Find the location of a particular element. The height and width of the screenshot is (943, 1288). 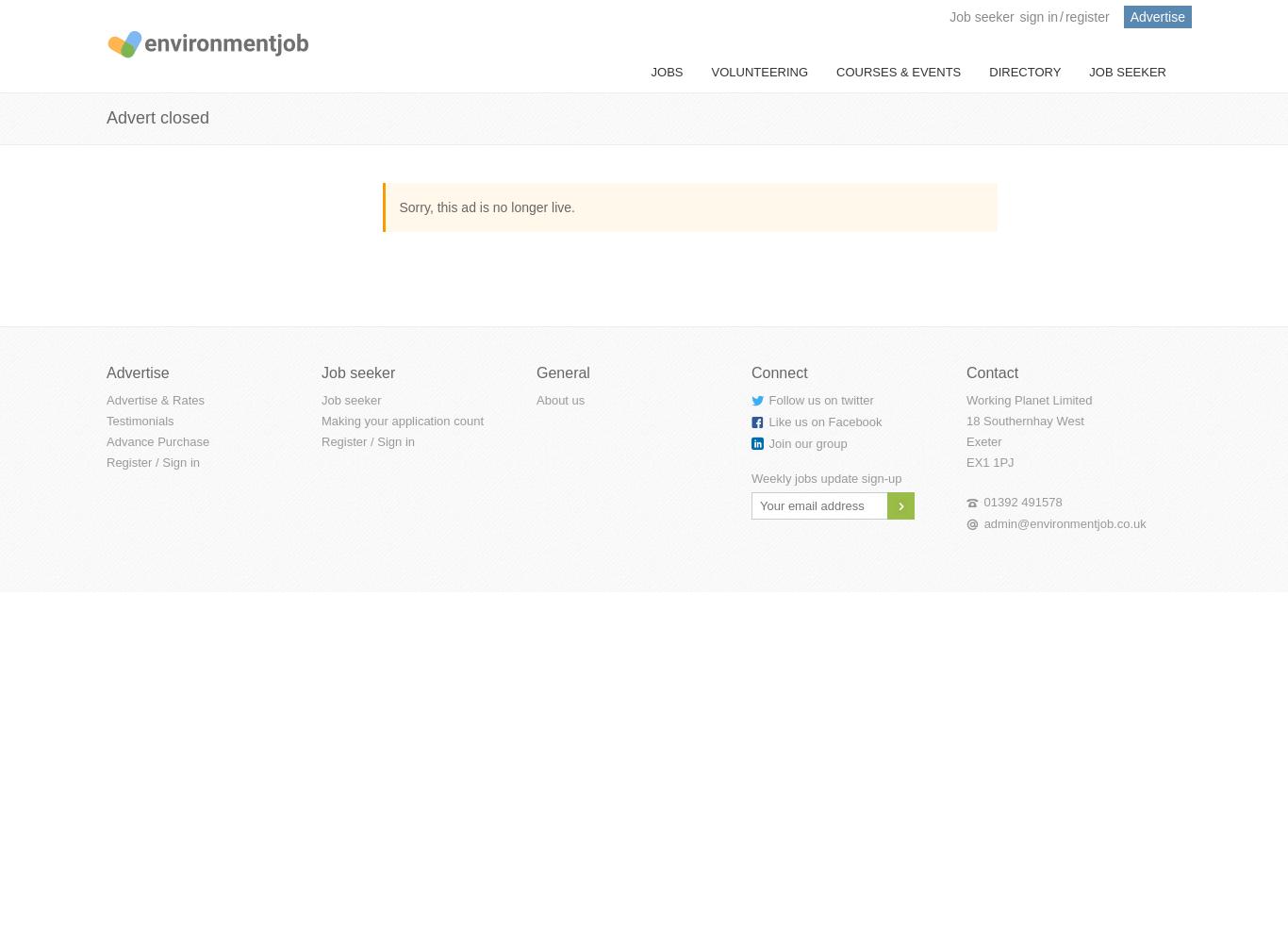

'Job seeker' is located at coordinates (982, 17).